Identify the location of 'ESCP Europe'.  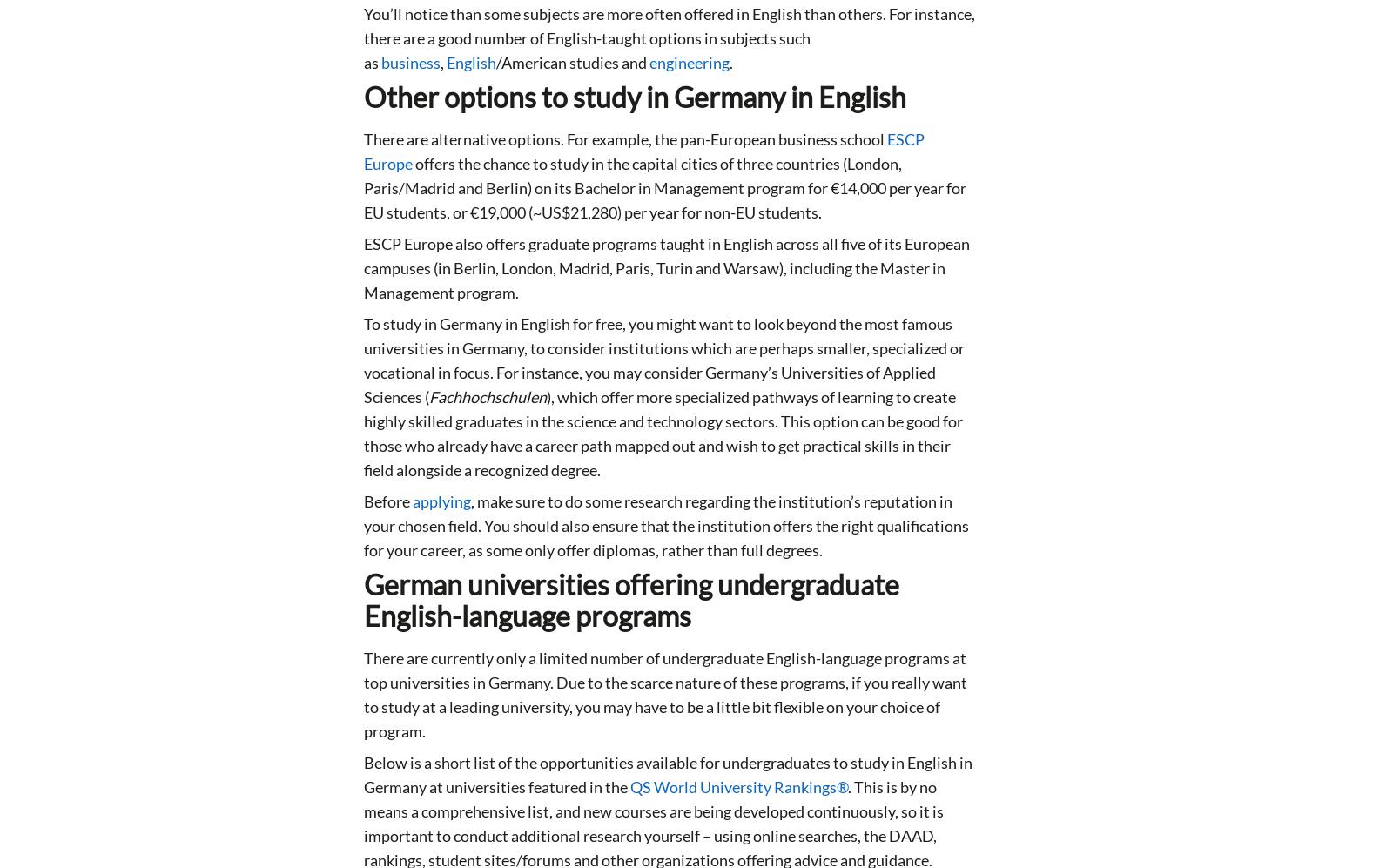
(644, 150).